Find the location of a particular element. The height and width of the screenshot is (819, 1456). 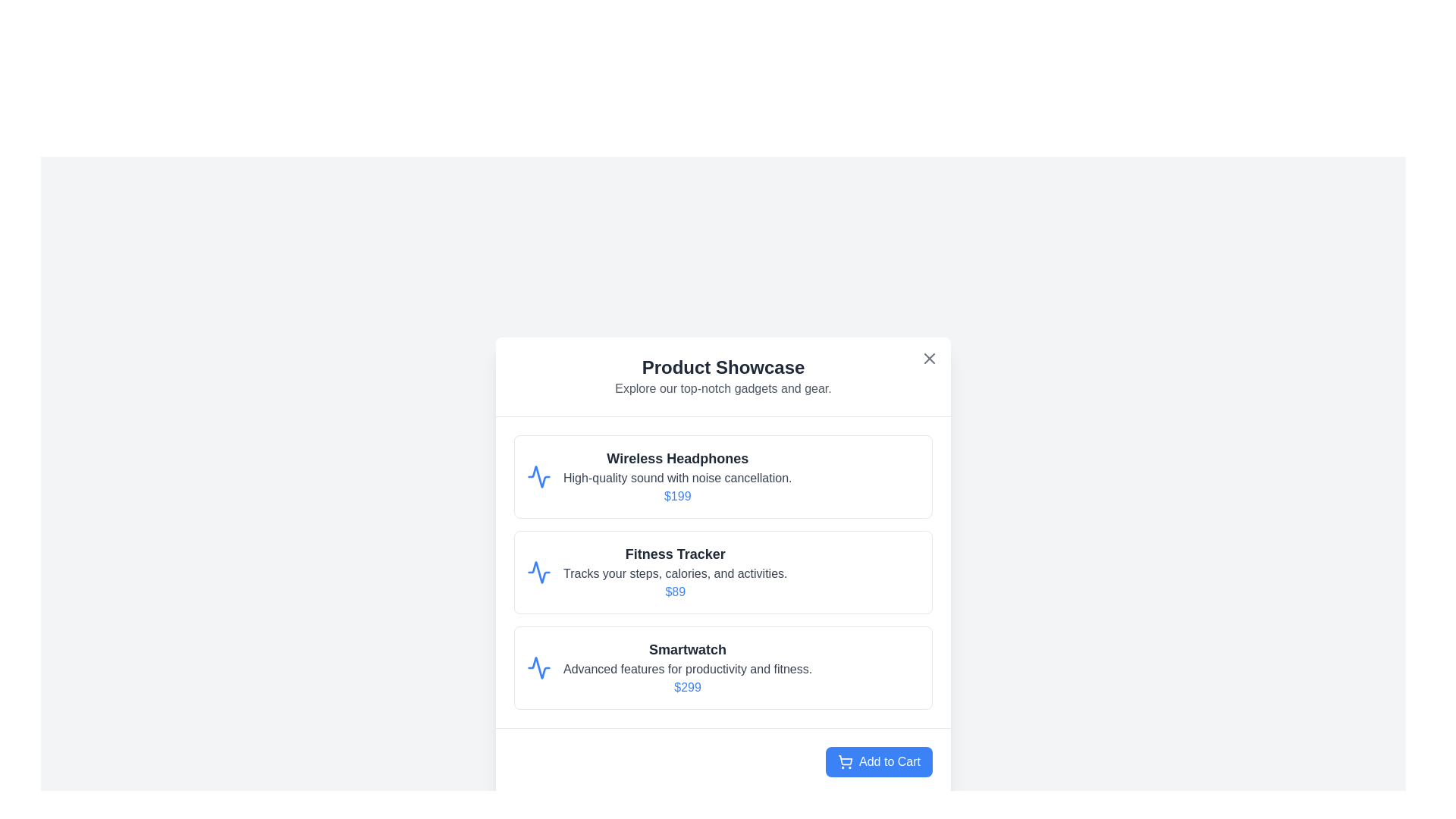

price displayed as '$299' in blue color with medium font weight located in the third product card under the 'Product Showcase' section is located at coordinates (687, 687).